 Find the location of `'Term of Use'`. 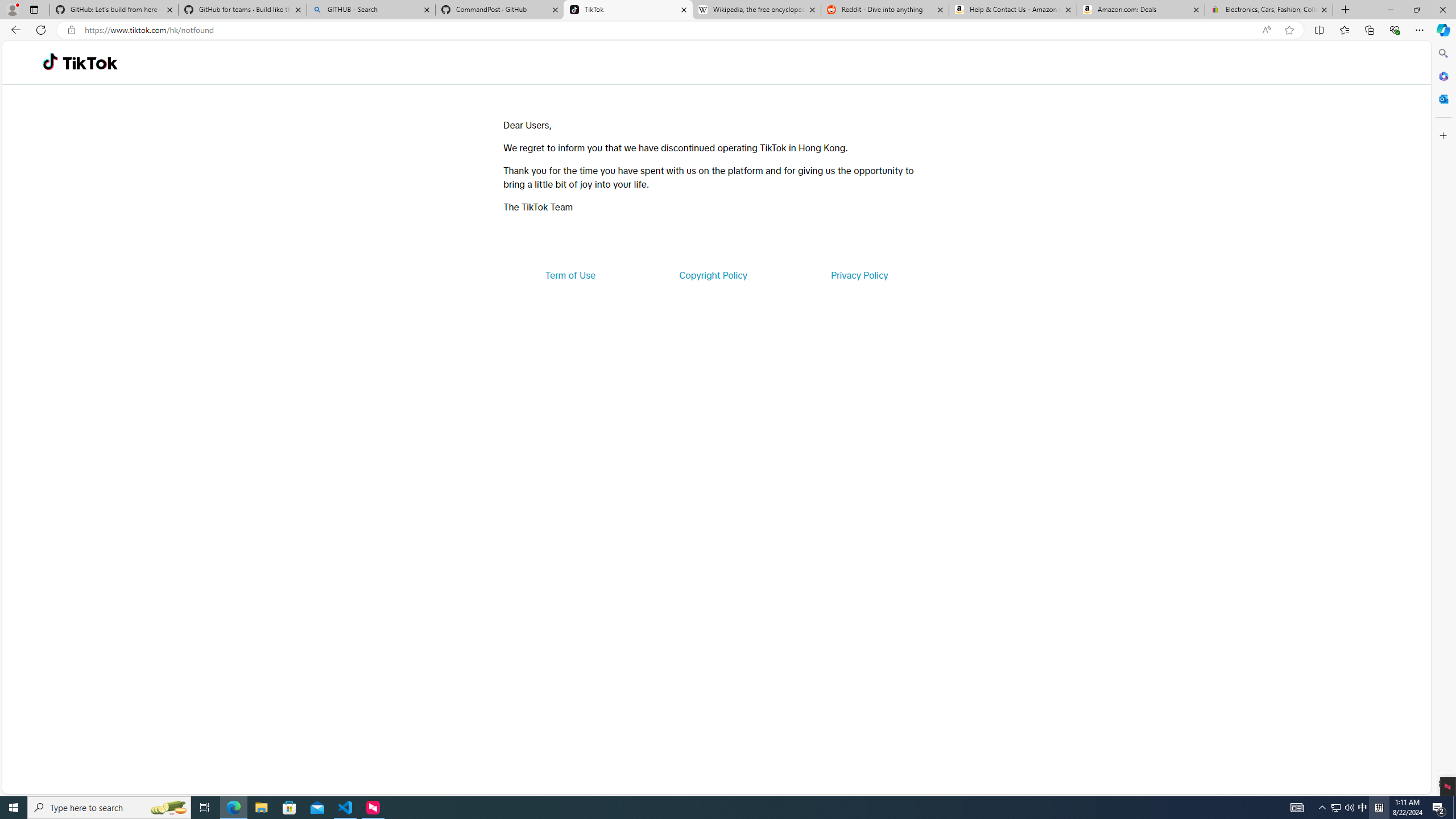

'Term of Use' is located at coordinates (570, 274).